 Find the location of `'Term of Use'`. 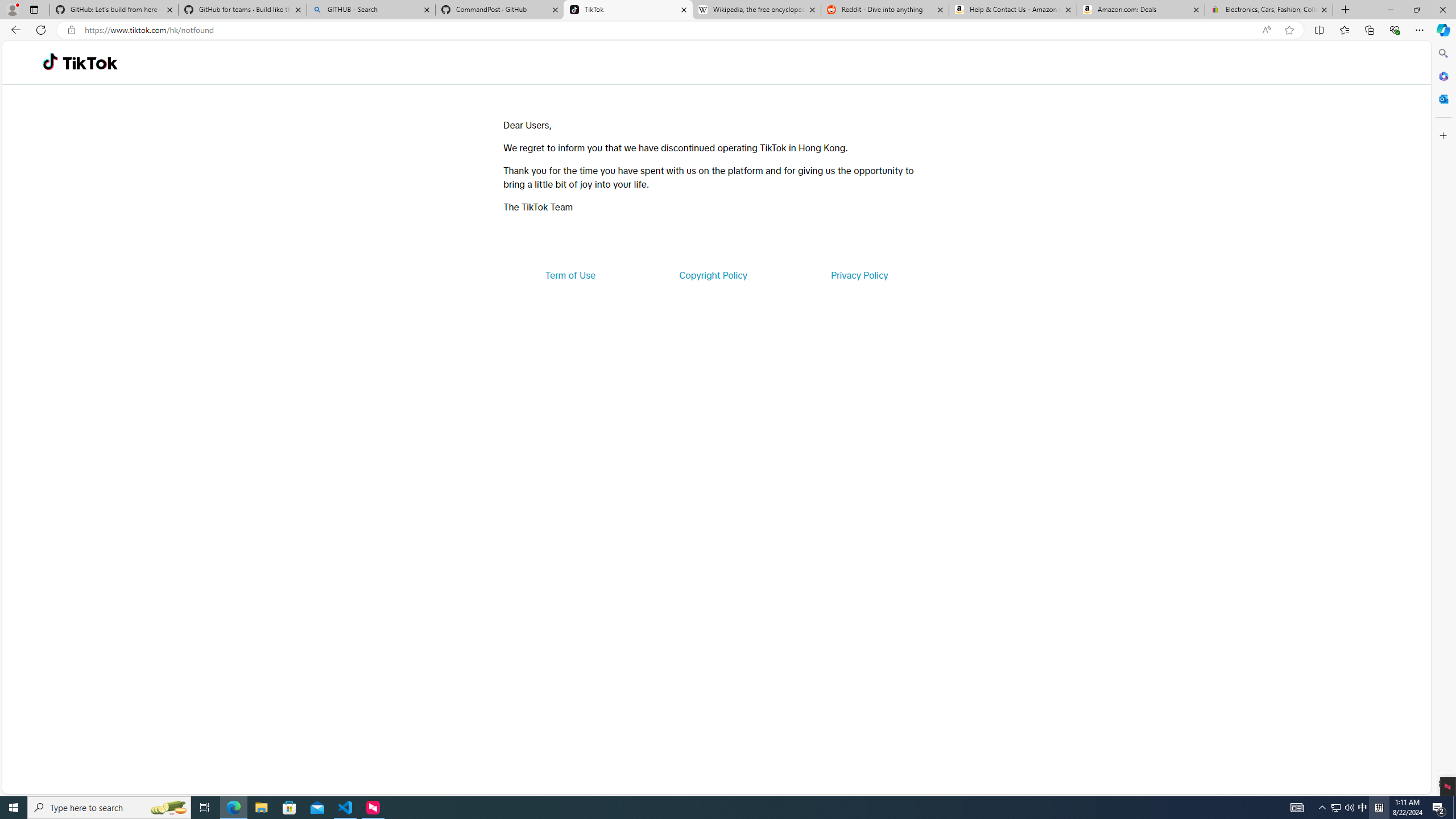

'Term of Use' is located at coordinates (570, 274).